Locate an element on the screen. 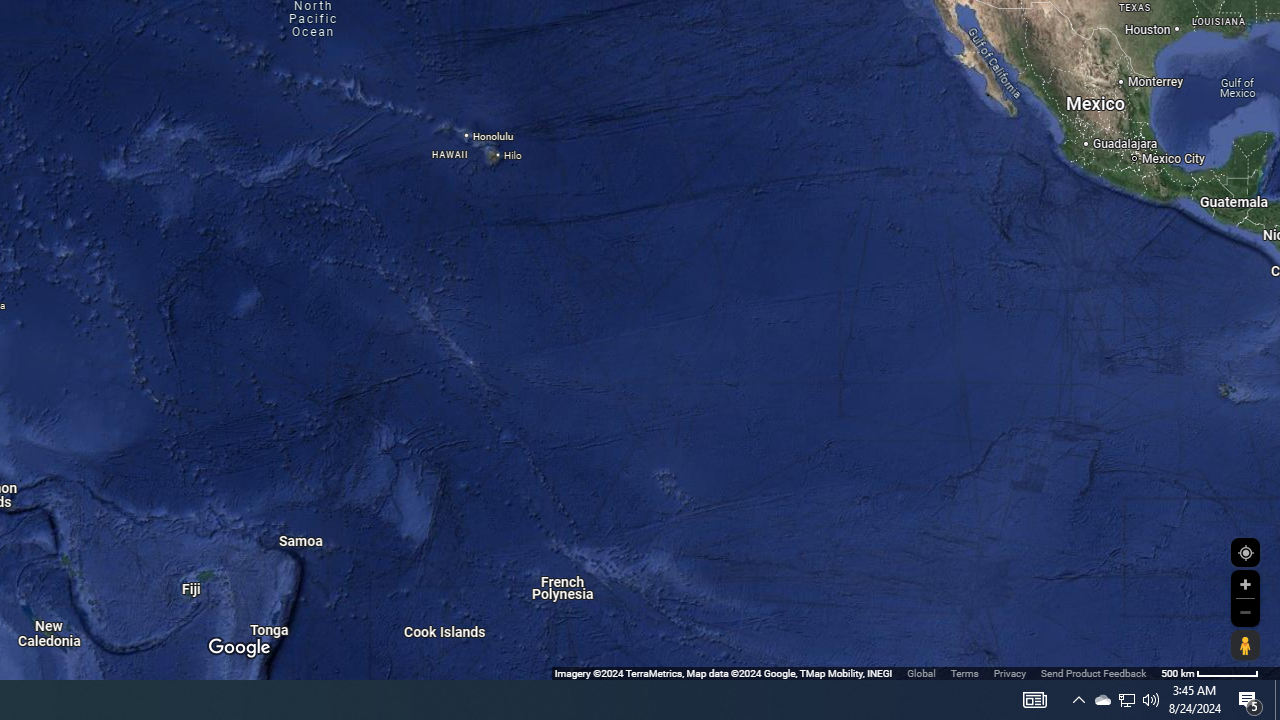 This screenshot has height=720, width=1280. 'Terms' is located at coordinates (964, 673).